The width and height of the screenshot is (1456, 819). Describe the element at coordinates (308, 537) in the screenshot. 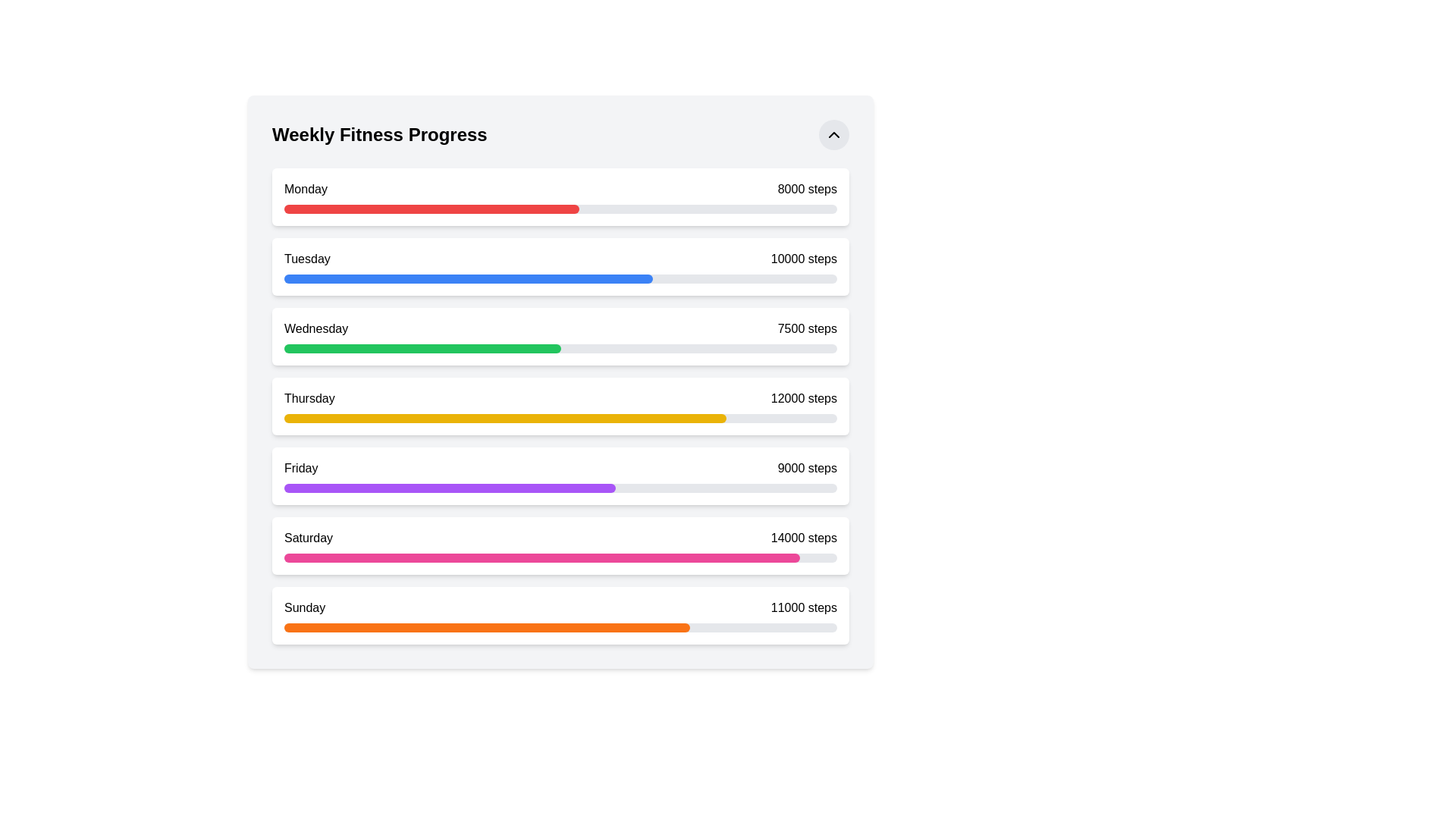

I see `the text label displaying 'Saturday' in bold style on the left side of the Saturday entry row in the weekly progress list to emphasize it` at that location.